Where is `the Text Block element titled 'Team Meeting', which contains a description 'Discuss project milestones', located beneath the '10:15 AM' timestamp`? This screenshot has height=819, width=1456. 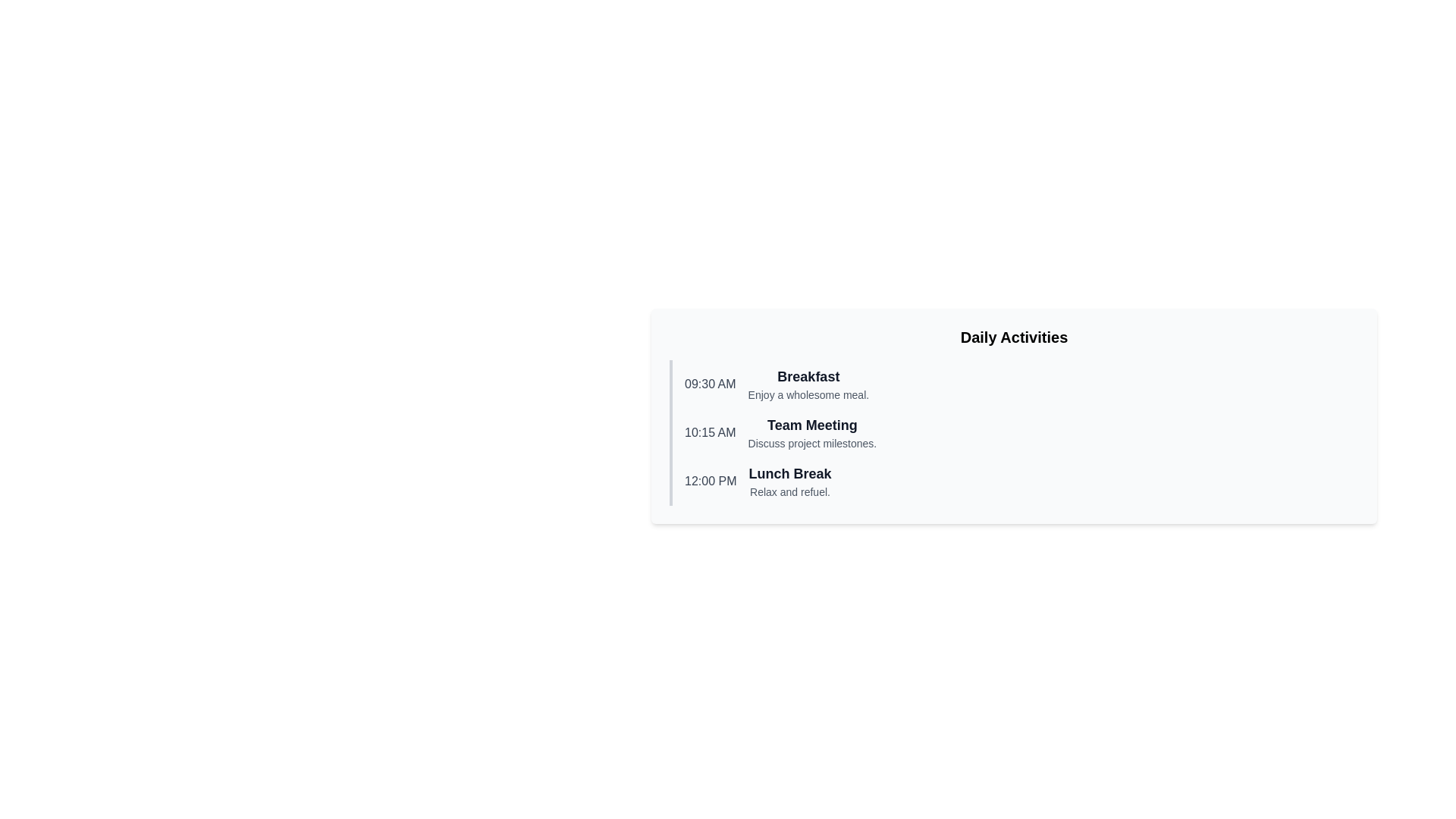 the Text Block element titled 'Team Meeting', which contains a description 'Discuss project milestones', located beneath the '10:15 AM' timestamp is located at coordinates (811, 432).